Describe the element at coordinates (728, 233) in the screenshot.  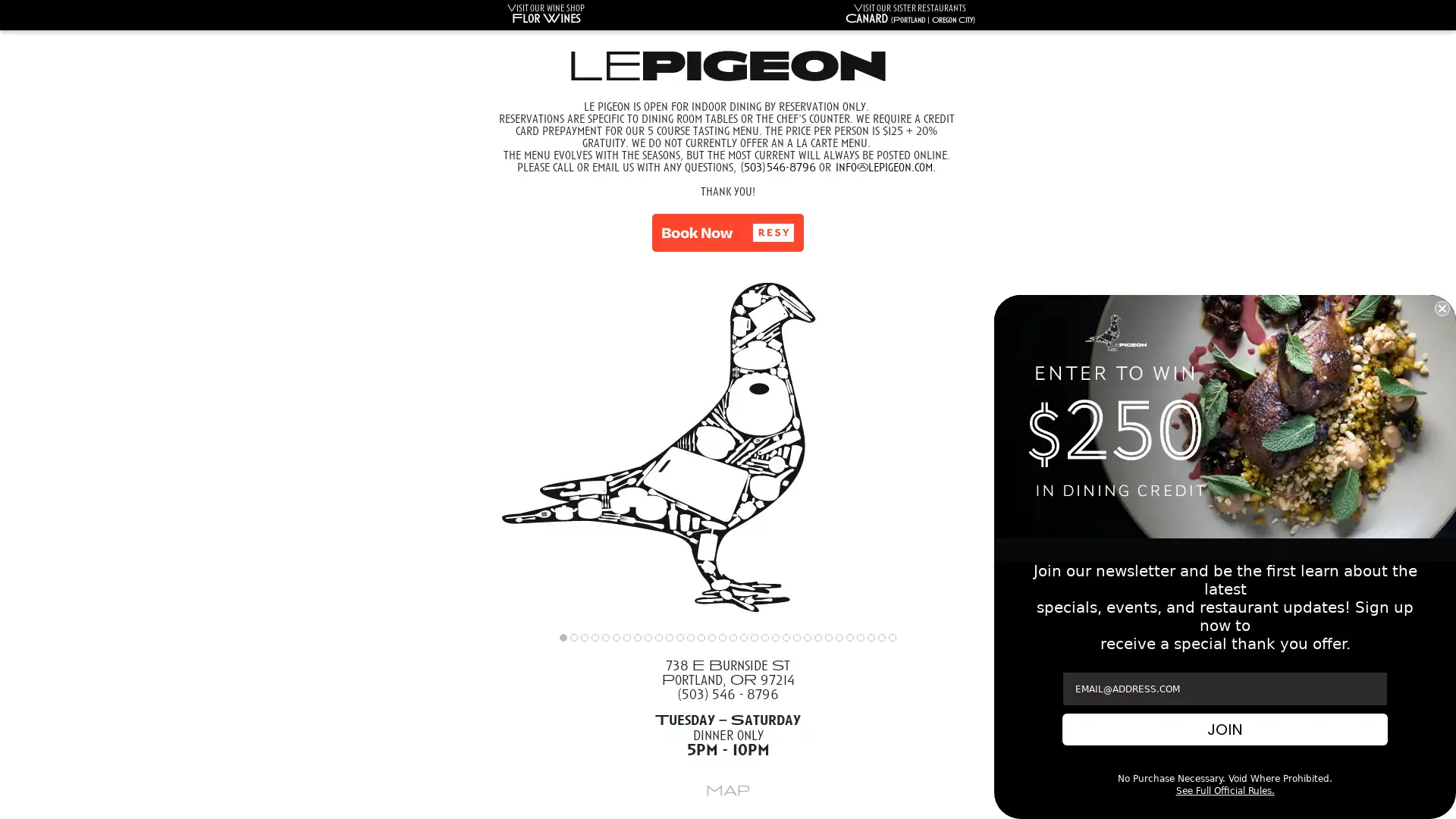
I see `Resy - Book Now` at that location.